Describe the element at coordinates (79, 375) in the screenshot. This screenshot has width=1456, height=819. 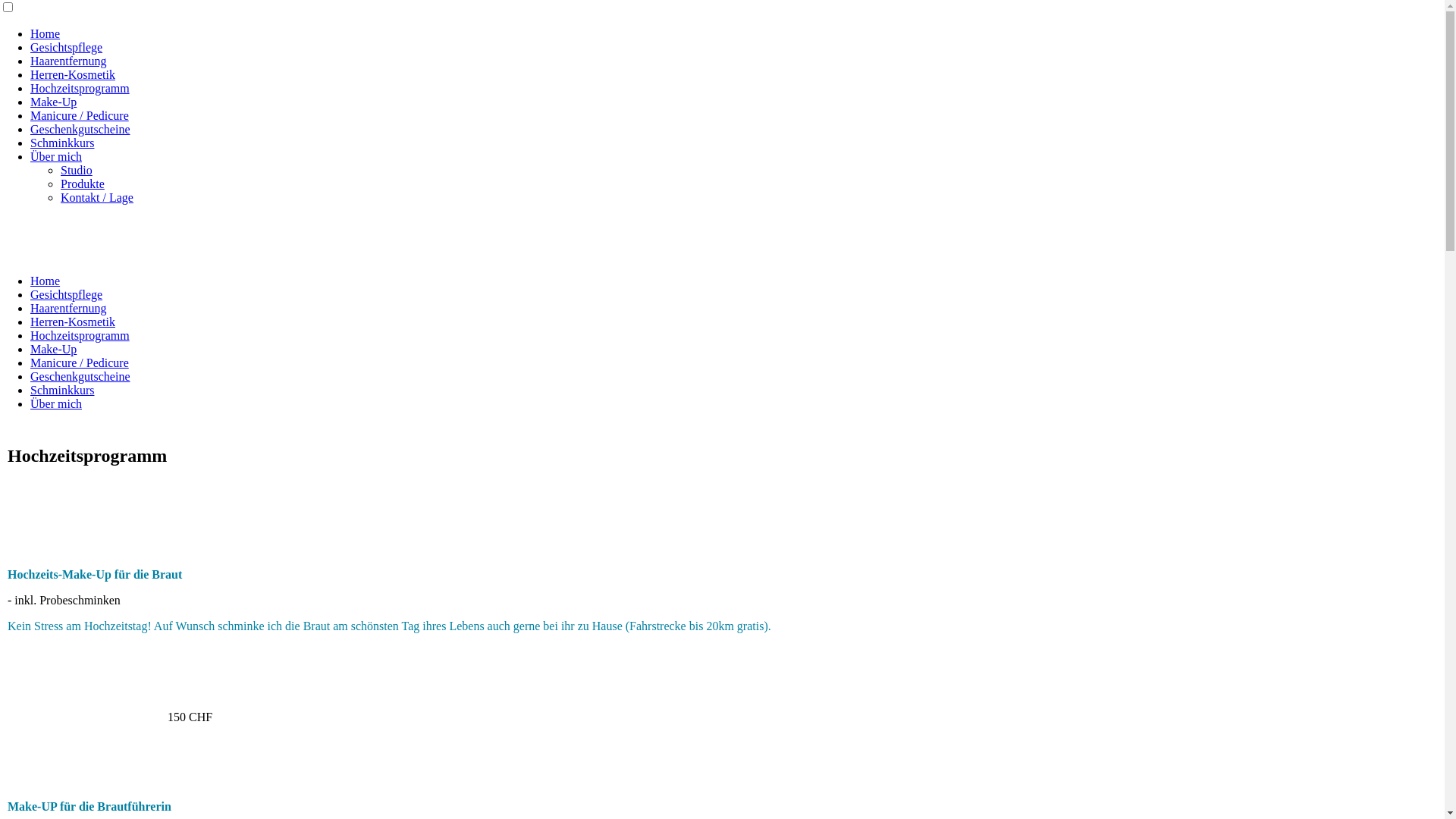
I see `'Geschenkgutscheine'` at that location.